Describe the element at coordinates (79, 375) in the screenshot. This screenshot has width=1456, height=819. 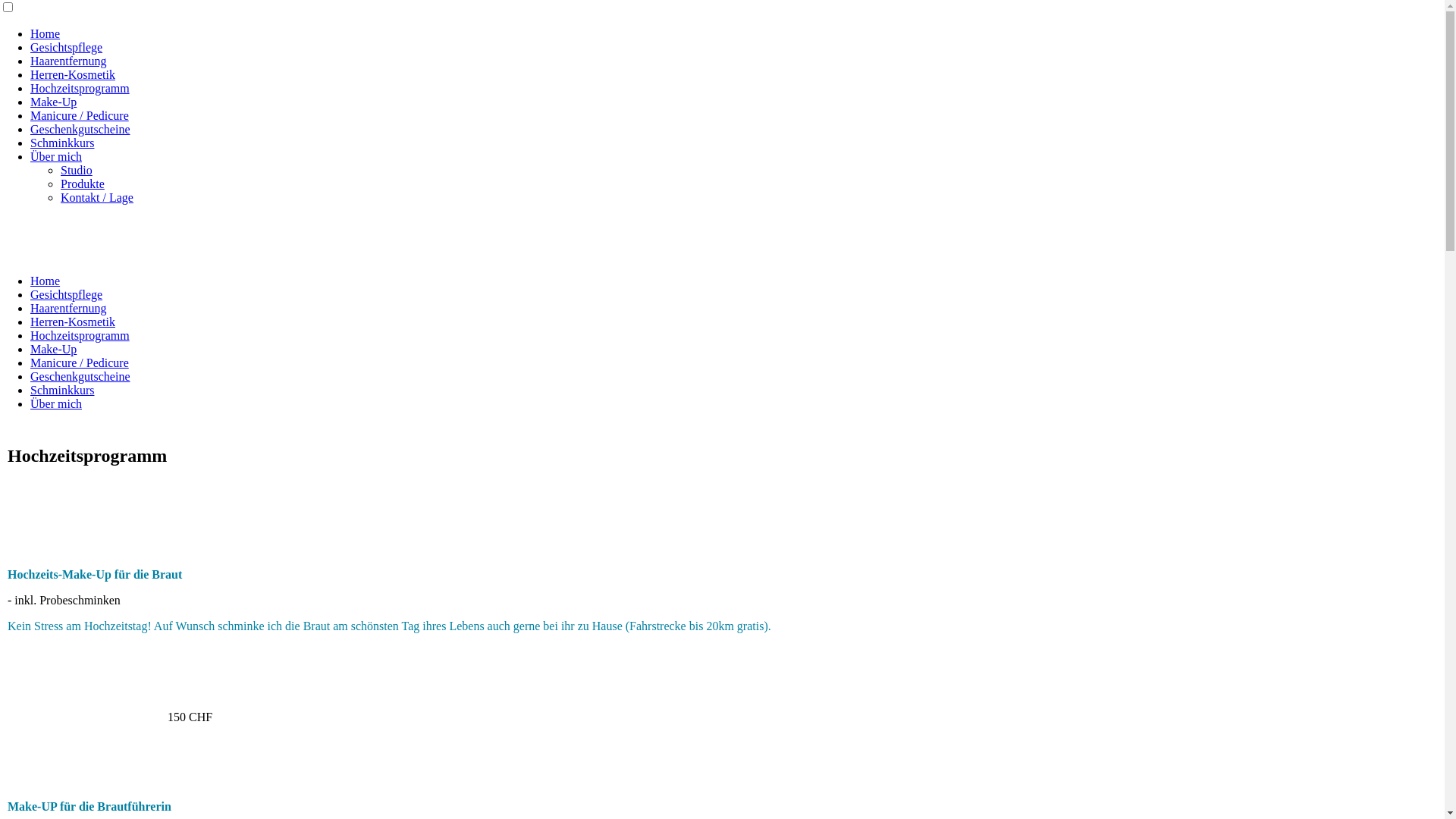
I see `'Geschenkgutscheine'` at that location.